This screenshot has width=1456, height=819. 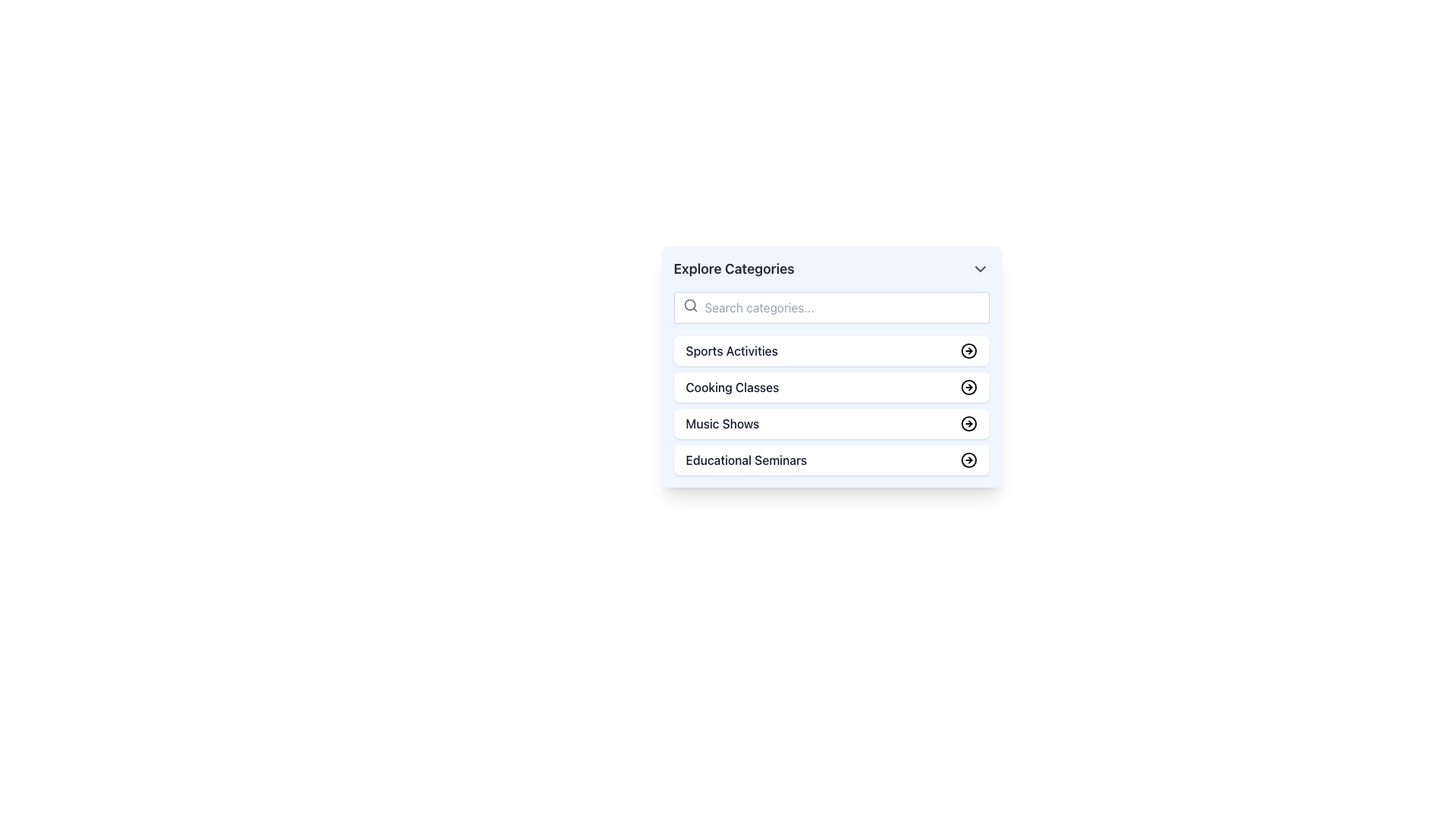 I want to click on the 'Educational Seminars' text label, which is located in the fourth list item under 'Explore Categories', so click(x=746, y=459).